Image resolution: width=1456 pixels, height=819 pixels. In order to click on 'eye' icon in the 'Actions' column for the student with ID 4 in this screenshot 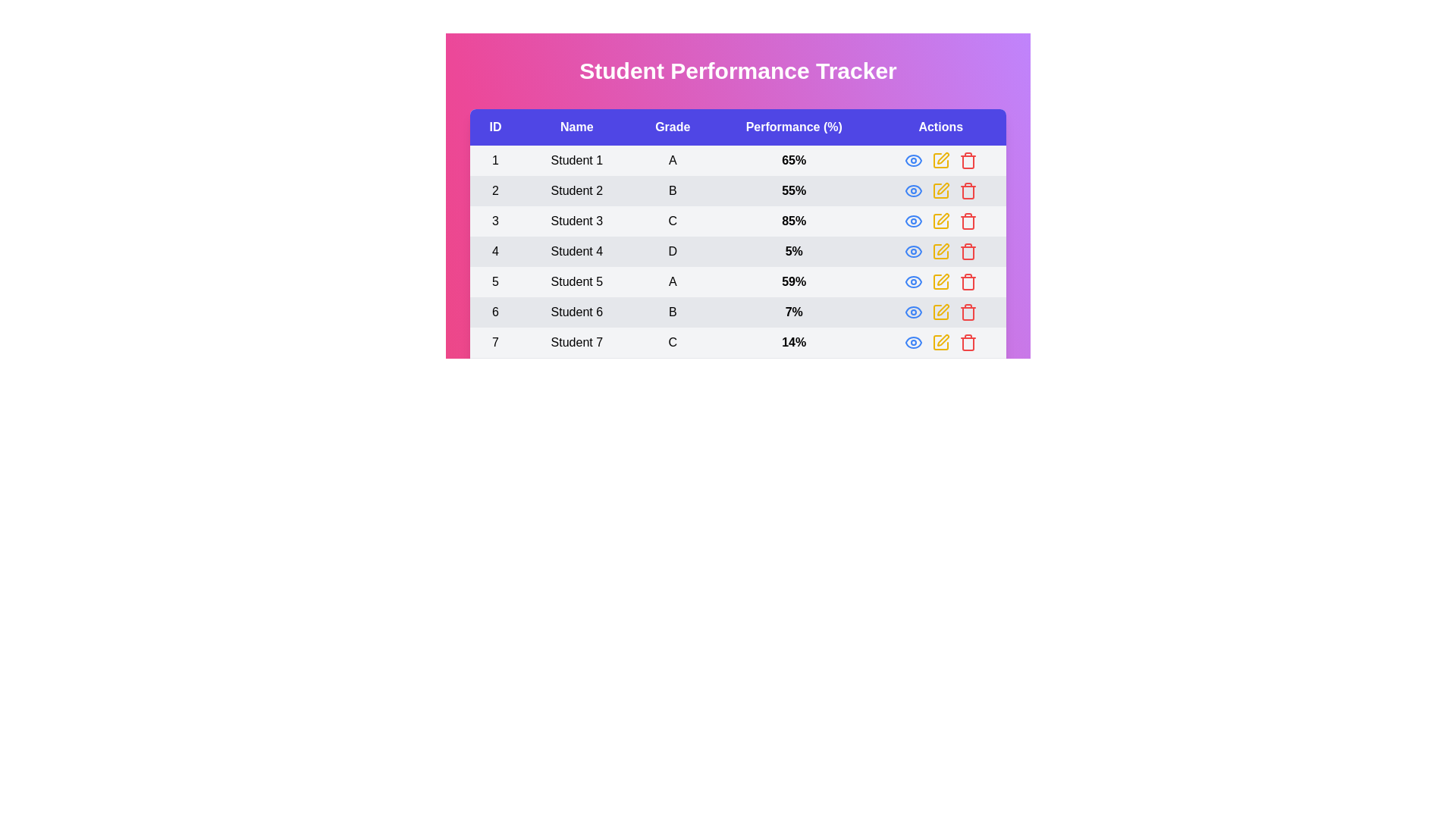, I will do `click(912, 250)`.